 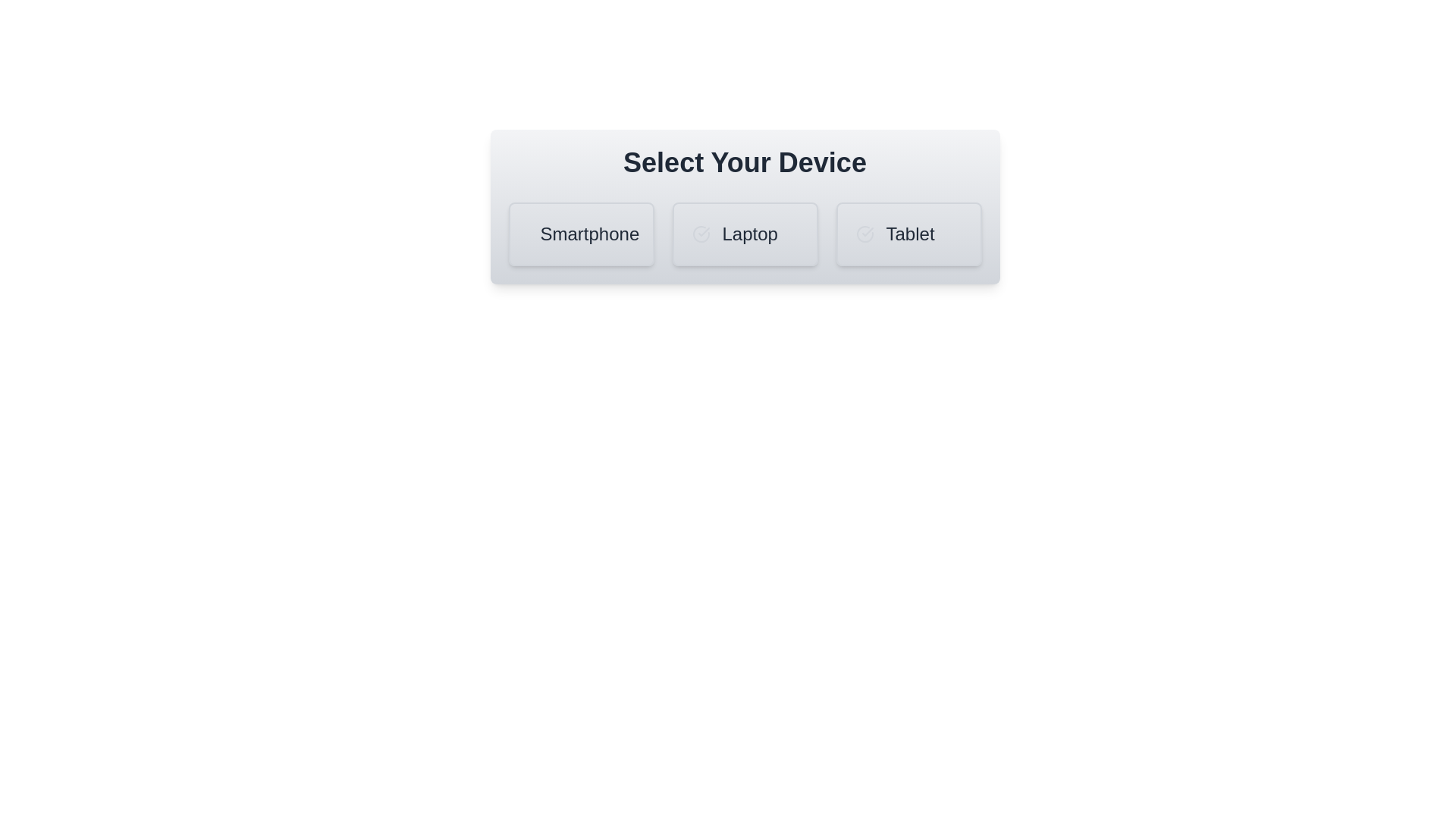 What do you see at coordinates (745, 234) in the screenshot?
I see `the Laptop radio button in the 'Select Your Device' section to observe the hover effect` at bounding box center [745, 234].